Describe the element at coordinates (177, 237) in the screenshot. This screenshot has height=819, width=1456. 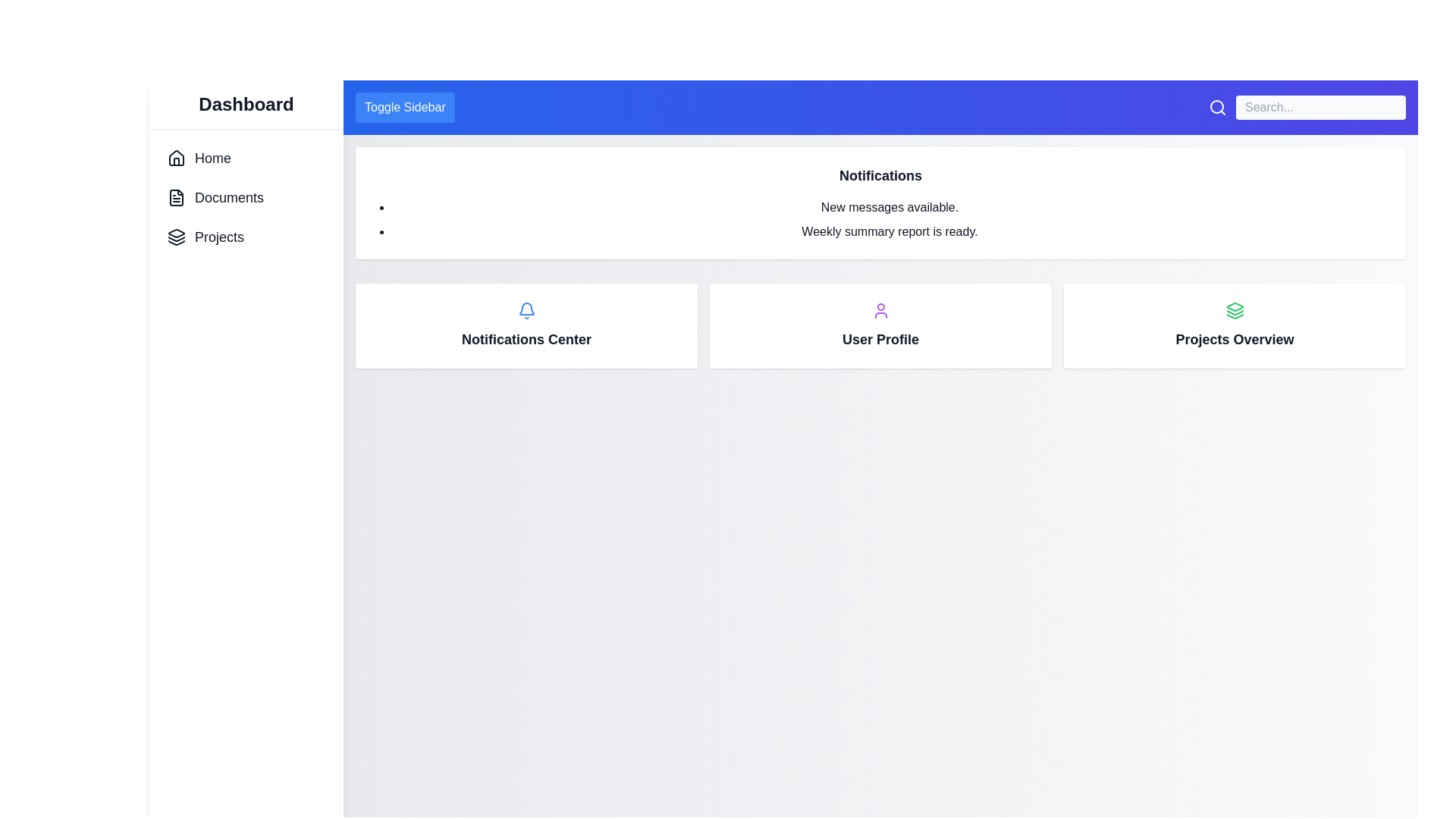
I see `the layered icon in the sidebar menu, which is composed of three overlapping, curved shapes with a dark blue stroke, located immediately to the left of the 'Projects' text` at that location.